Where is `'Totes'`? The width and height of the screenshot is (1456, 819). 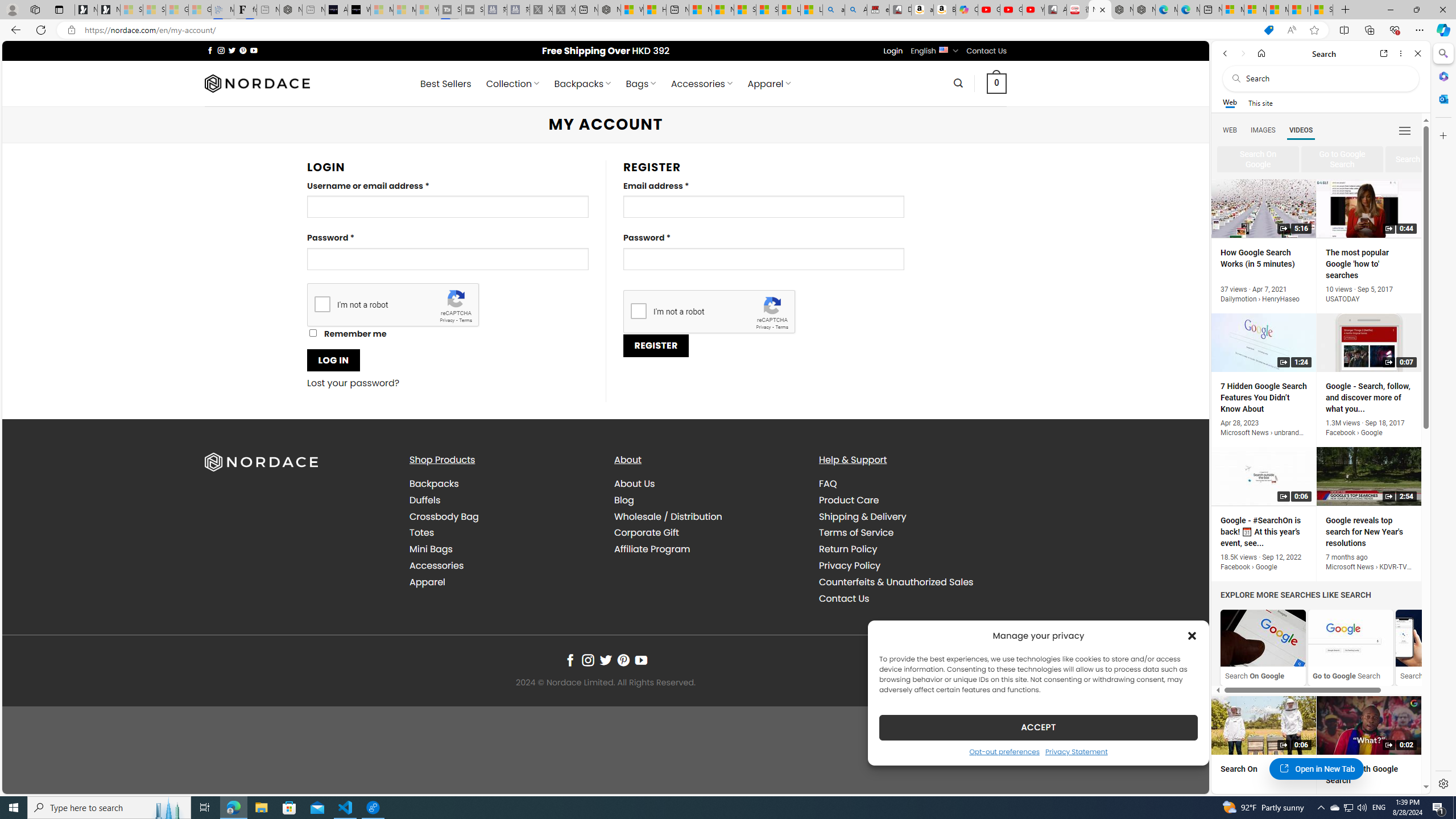 'Totes' is located at coordinates (421, 532).